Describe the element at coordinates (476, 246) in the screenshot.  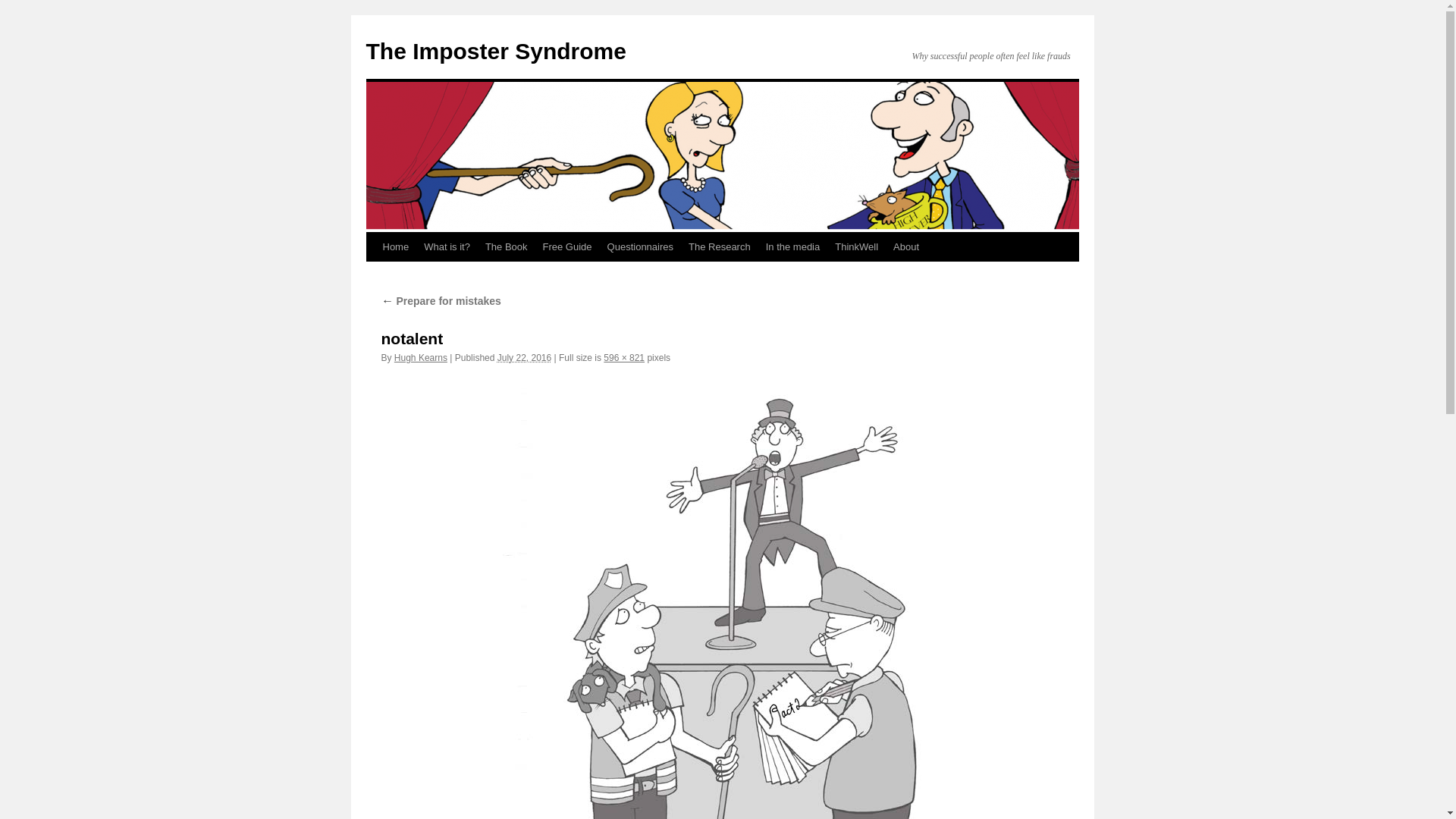
I see `'The Book'` at that location.